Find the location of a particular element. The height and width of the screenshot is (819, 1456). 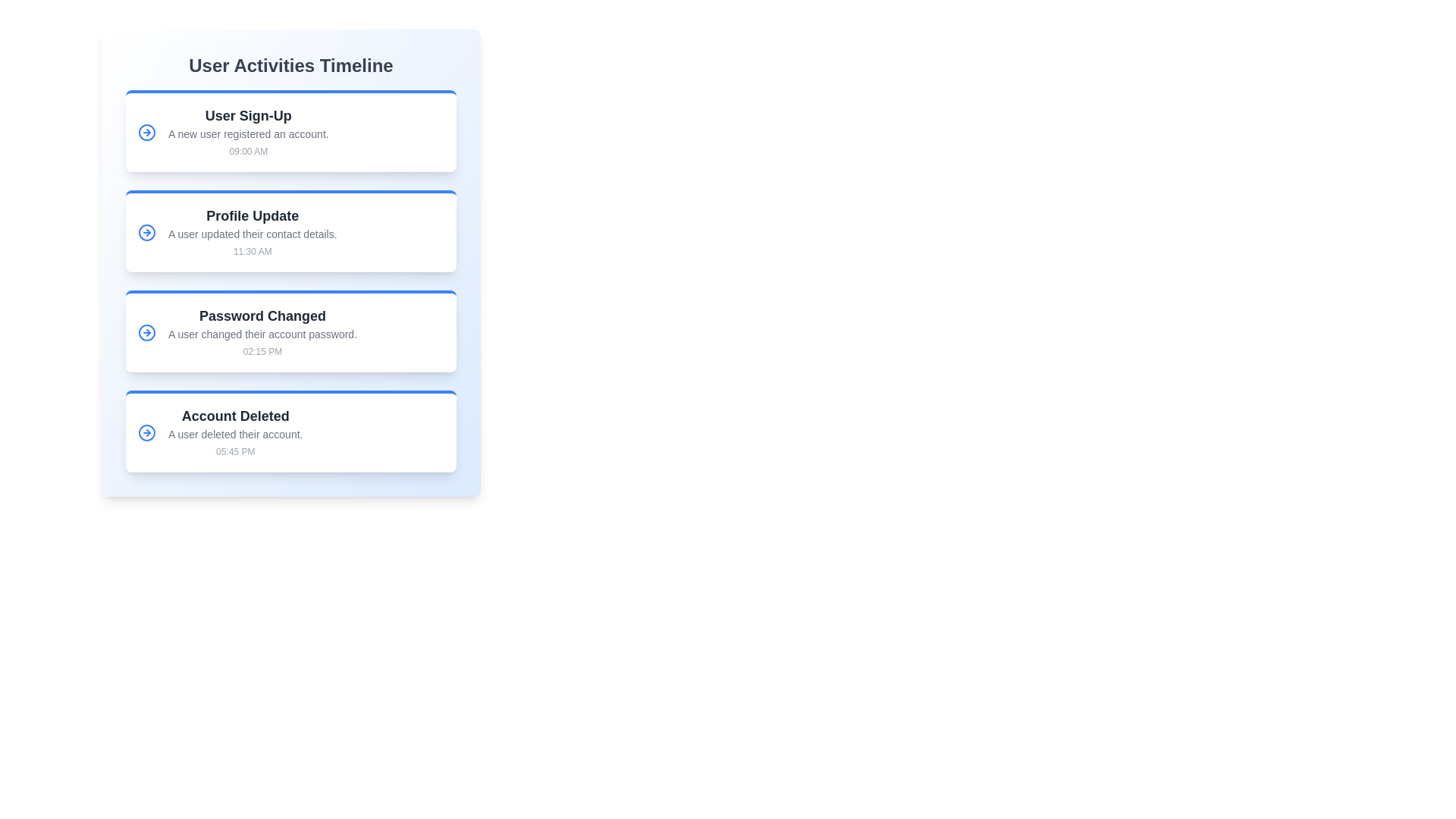

the icon located on the leftmost side of the 'Account Deleted' event card, which symbolizes the direction or flow of the action described in the card to its right is located at coordinates (146, 432).